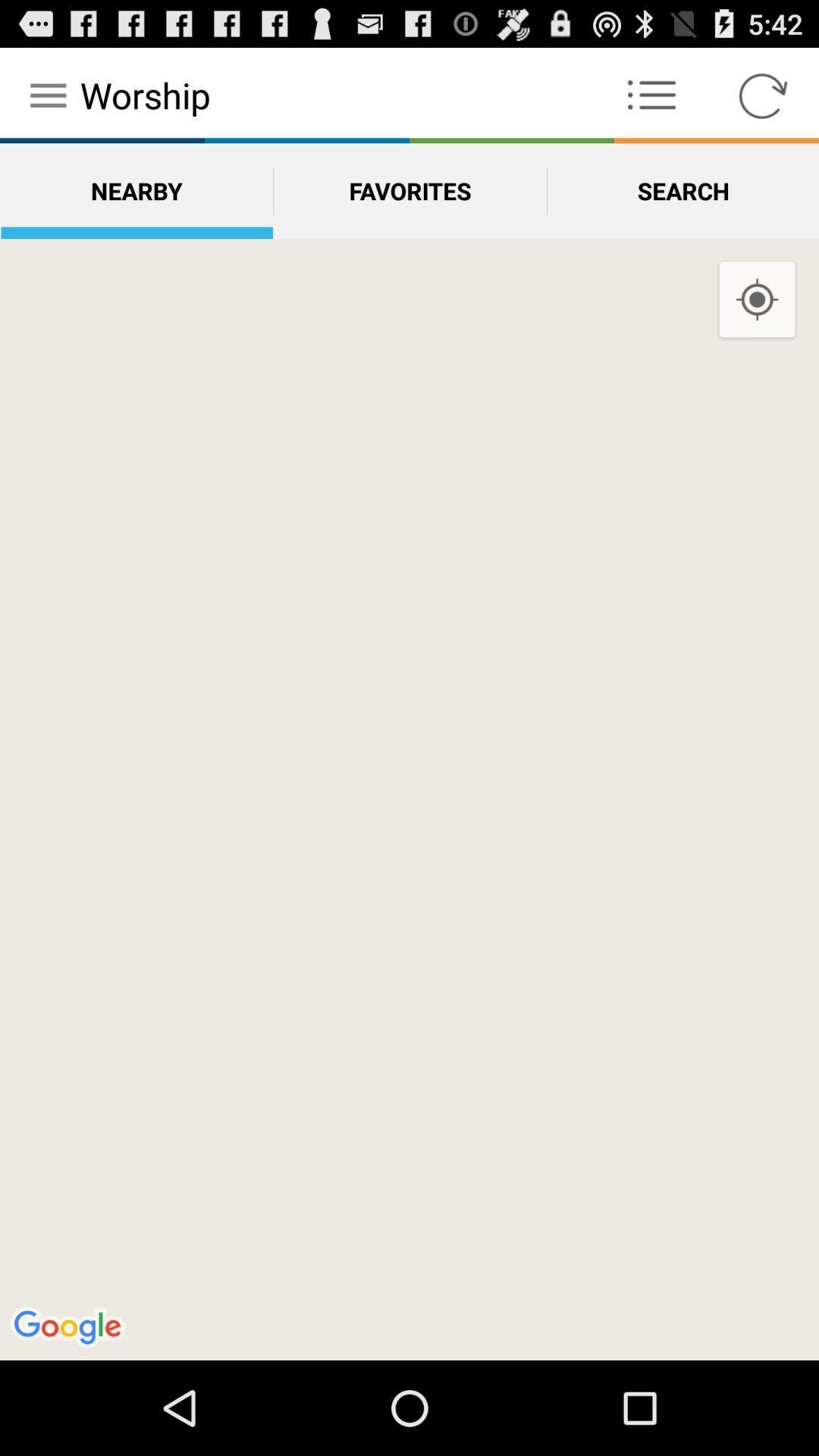  What do you see at coordinates (757, 321) in the screenshot?
I see `the location_crosshair icon` at bounding box center [757, 321].